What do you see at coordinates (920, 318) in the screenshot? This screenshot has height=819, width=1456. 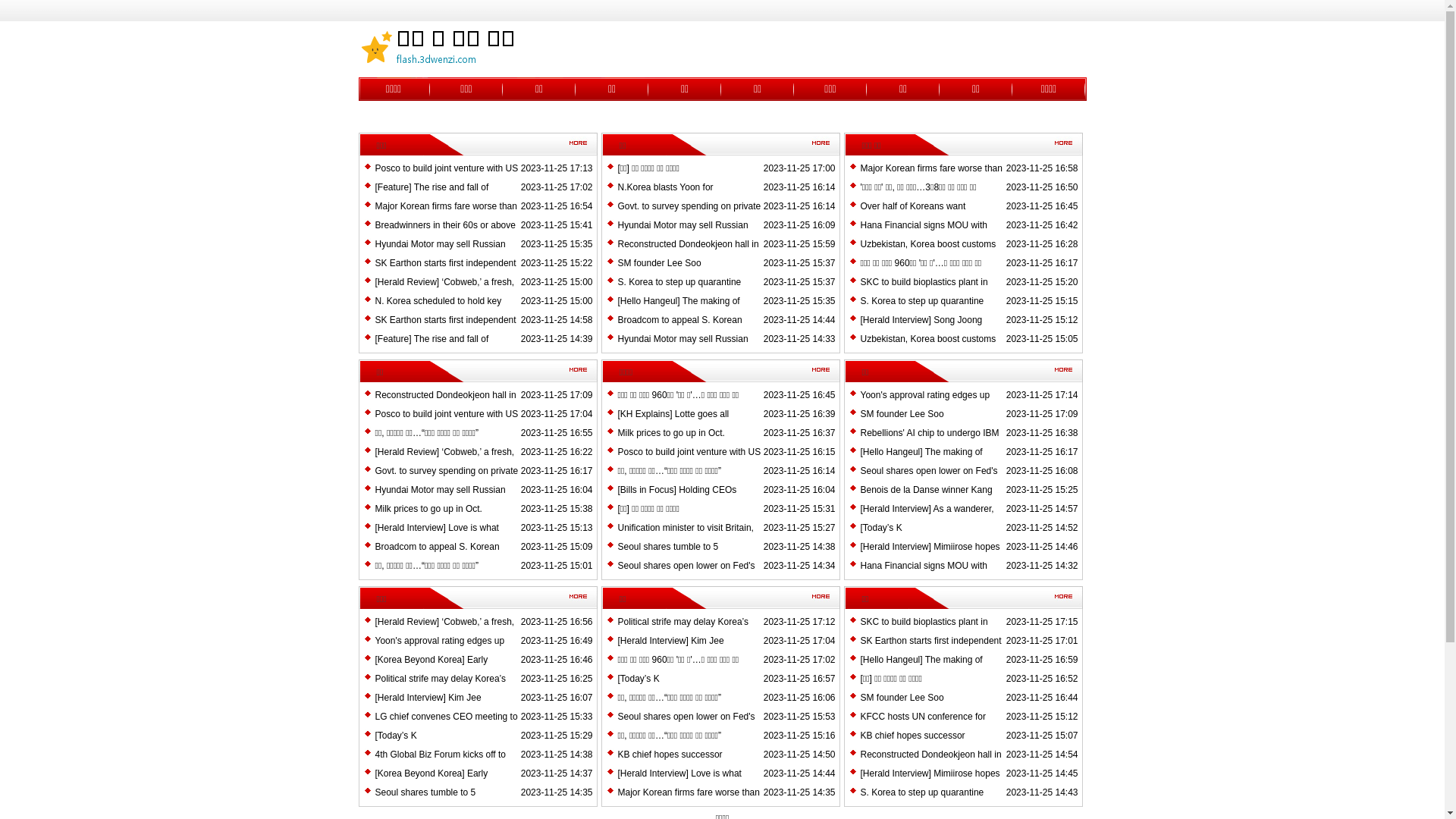 I see `'[Herald Interview] Song Joong'` at bounding box center [920, 318].